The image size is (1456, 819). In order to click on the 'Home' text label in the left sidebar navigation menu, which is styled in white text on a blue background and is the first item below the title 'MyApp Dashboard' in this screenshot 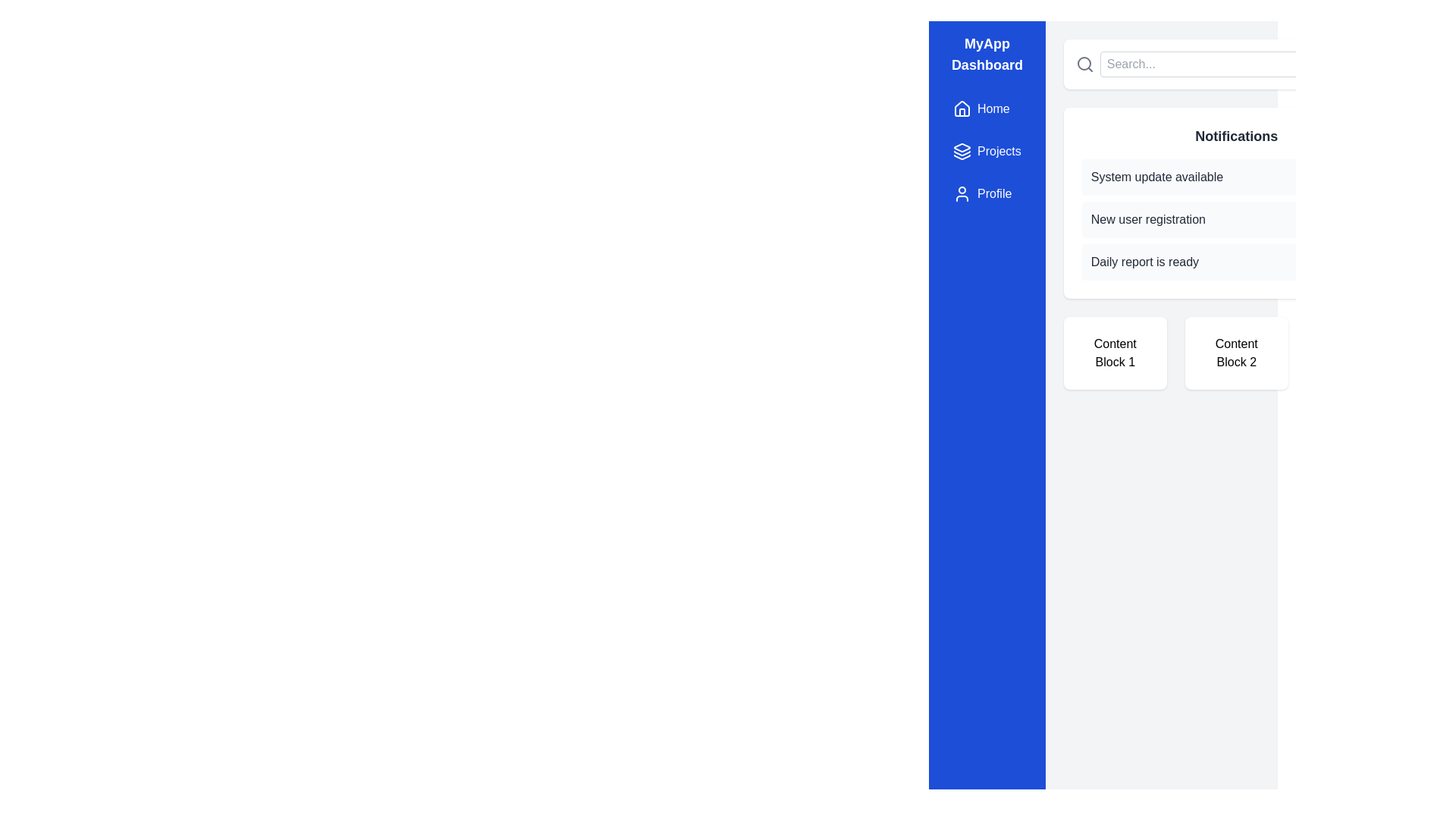, I will do `click(993, 108)`.